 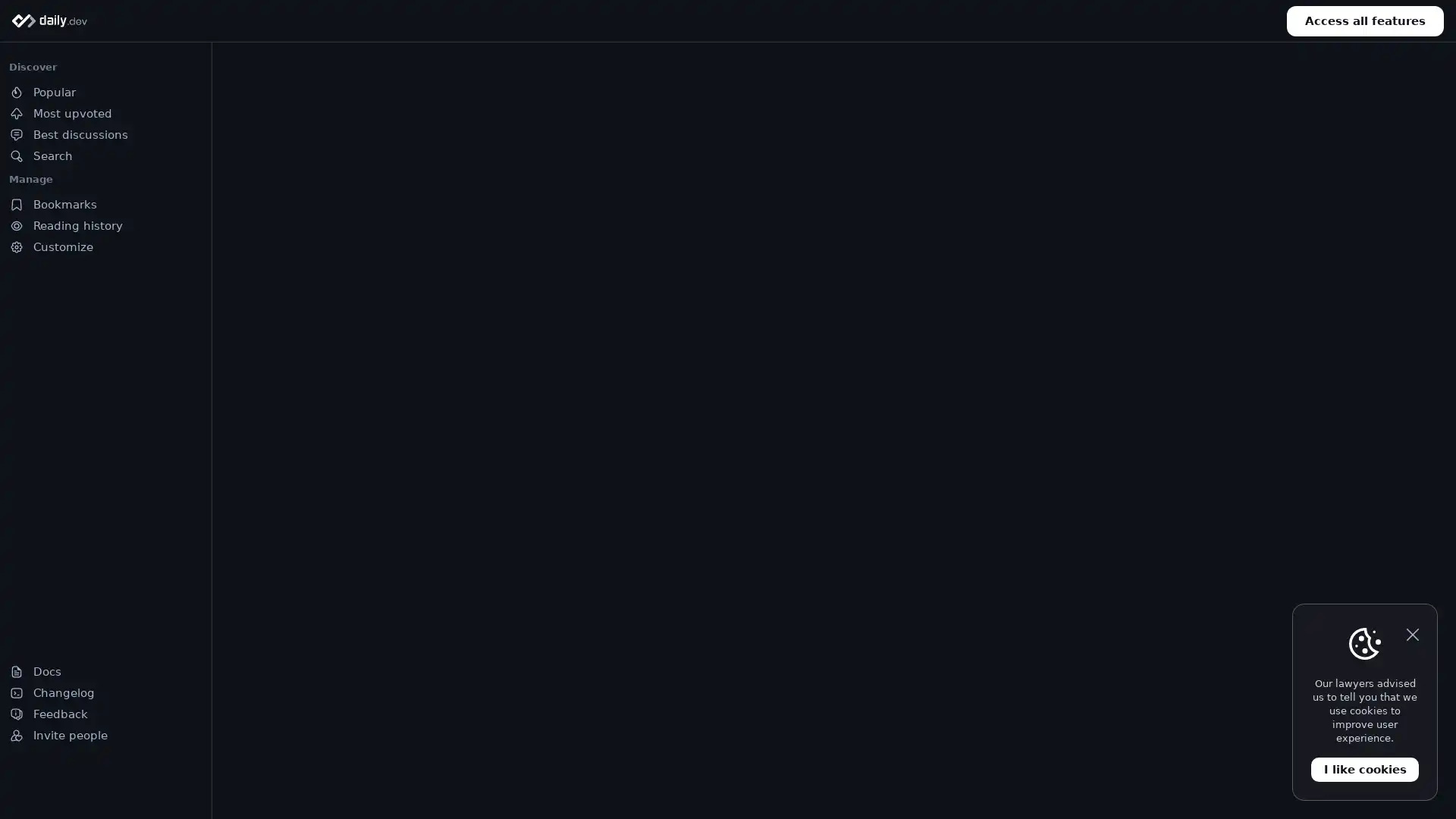 I want to click on Bookmark, so click(x=1054, y=739).